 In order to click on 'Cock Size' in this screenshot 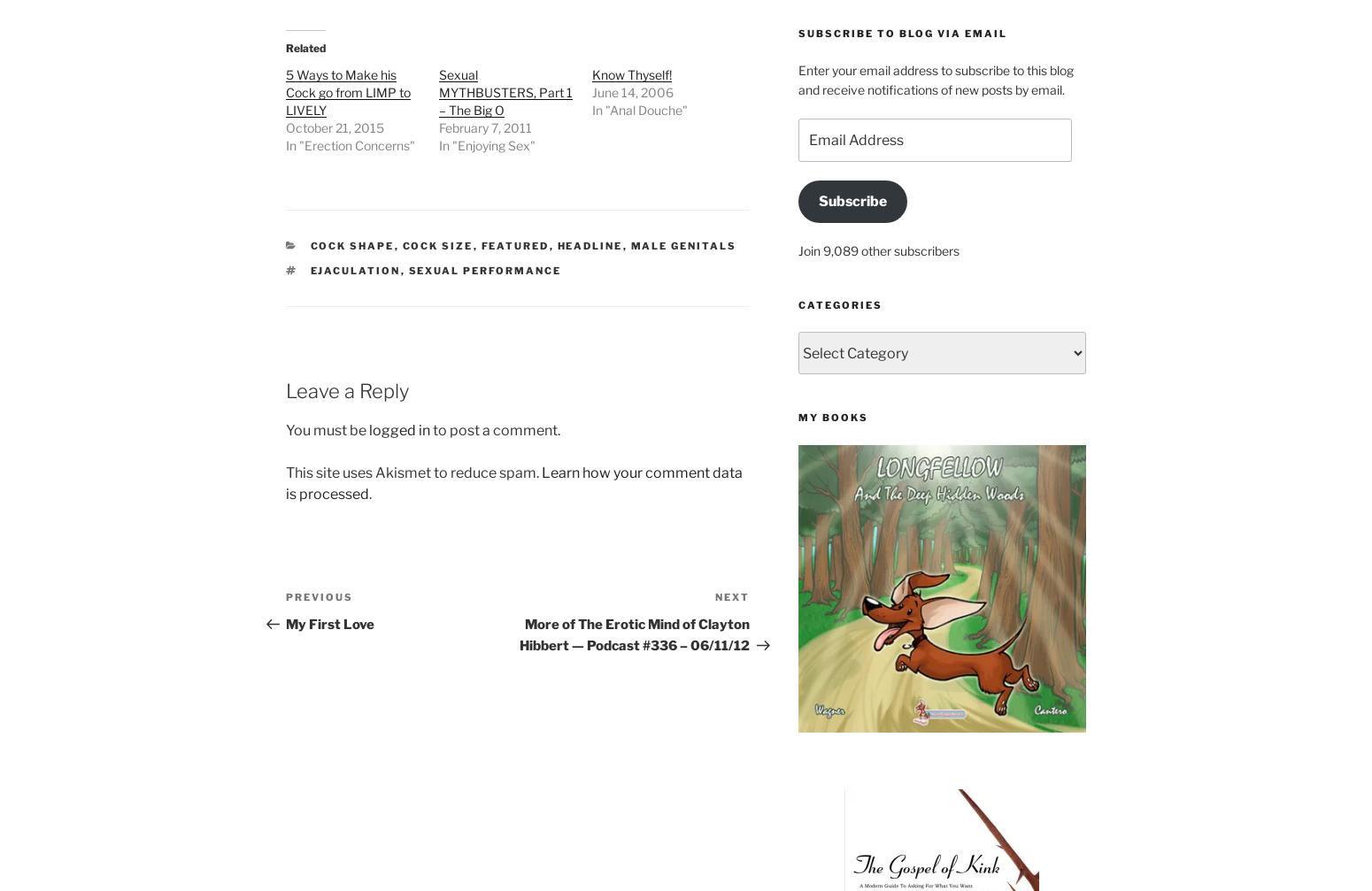, I will do `click(435, 246)`.